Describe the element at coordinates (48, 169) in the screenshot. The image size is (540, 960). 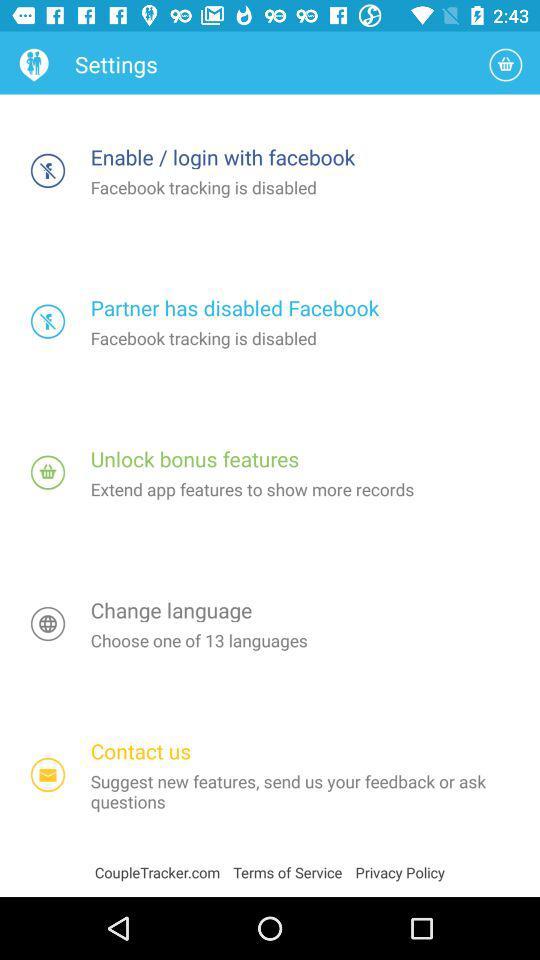
I see `facebook tracking is disabled` at that location.